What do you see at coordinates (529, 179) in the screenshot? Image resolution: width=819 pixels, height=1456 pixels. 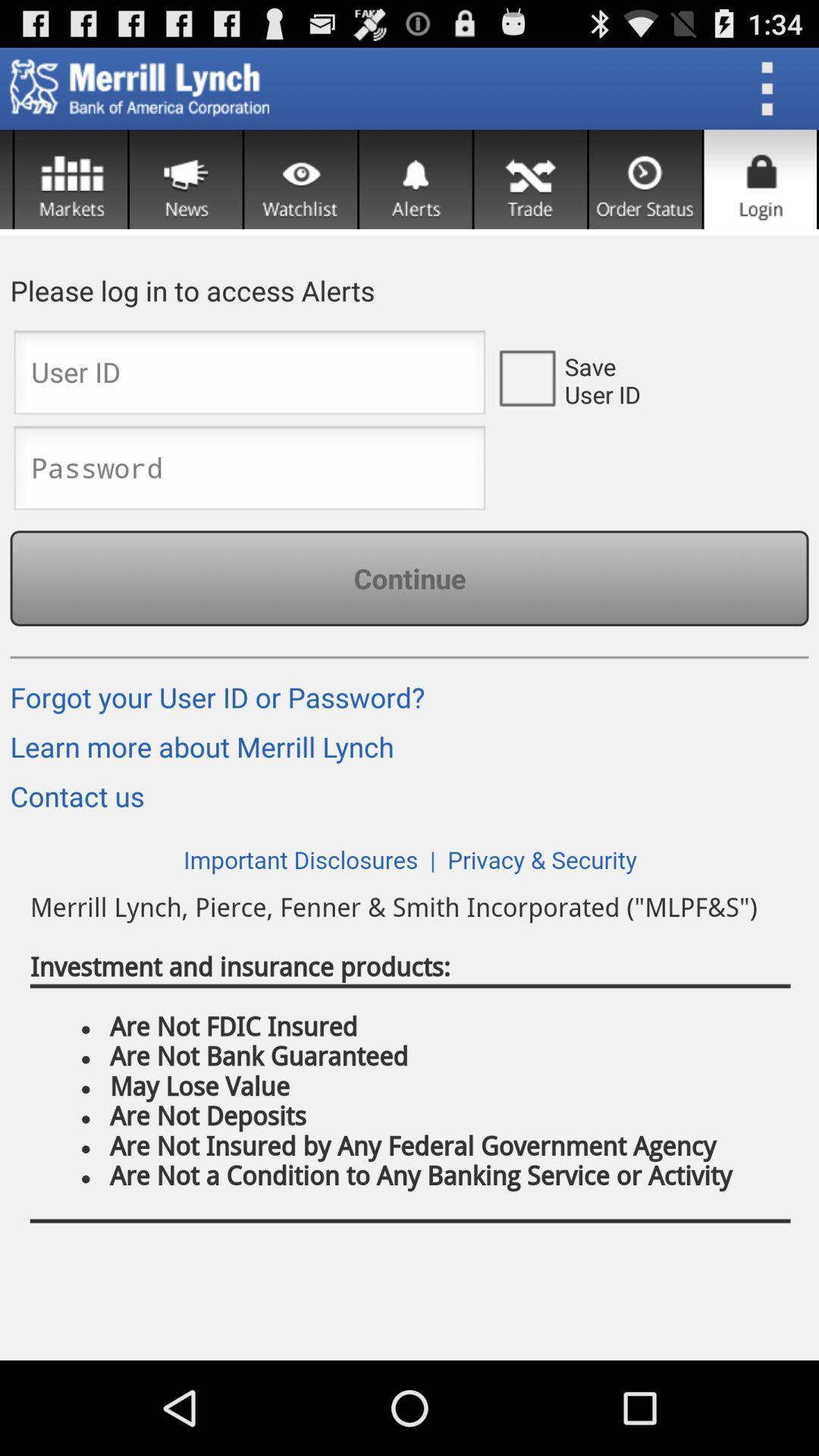 I see `begin trading` at bounding box center [529, 179].